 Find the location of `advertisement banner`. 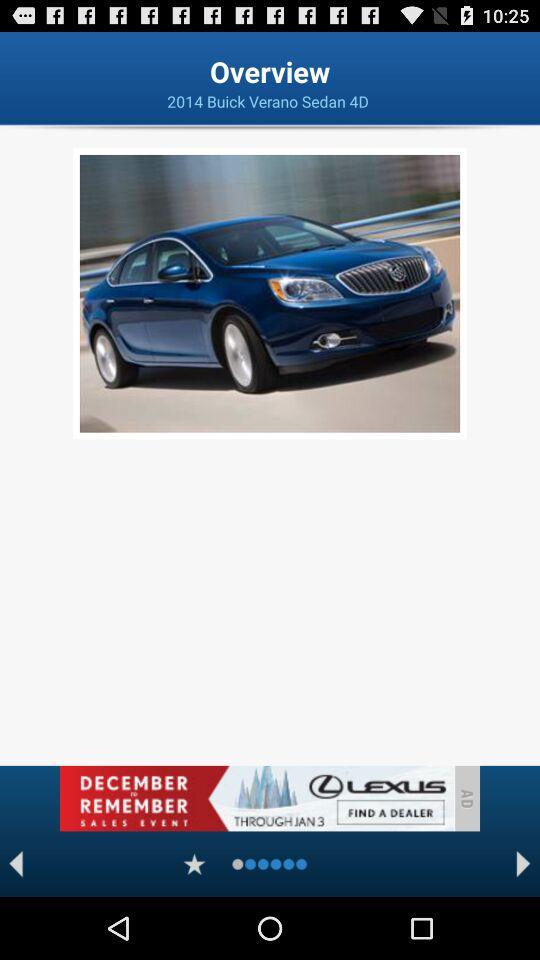

advertisement banner is located at coordinates (256, 798).